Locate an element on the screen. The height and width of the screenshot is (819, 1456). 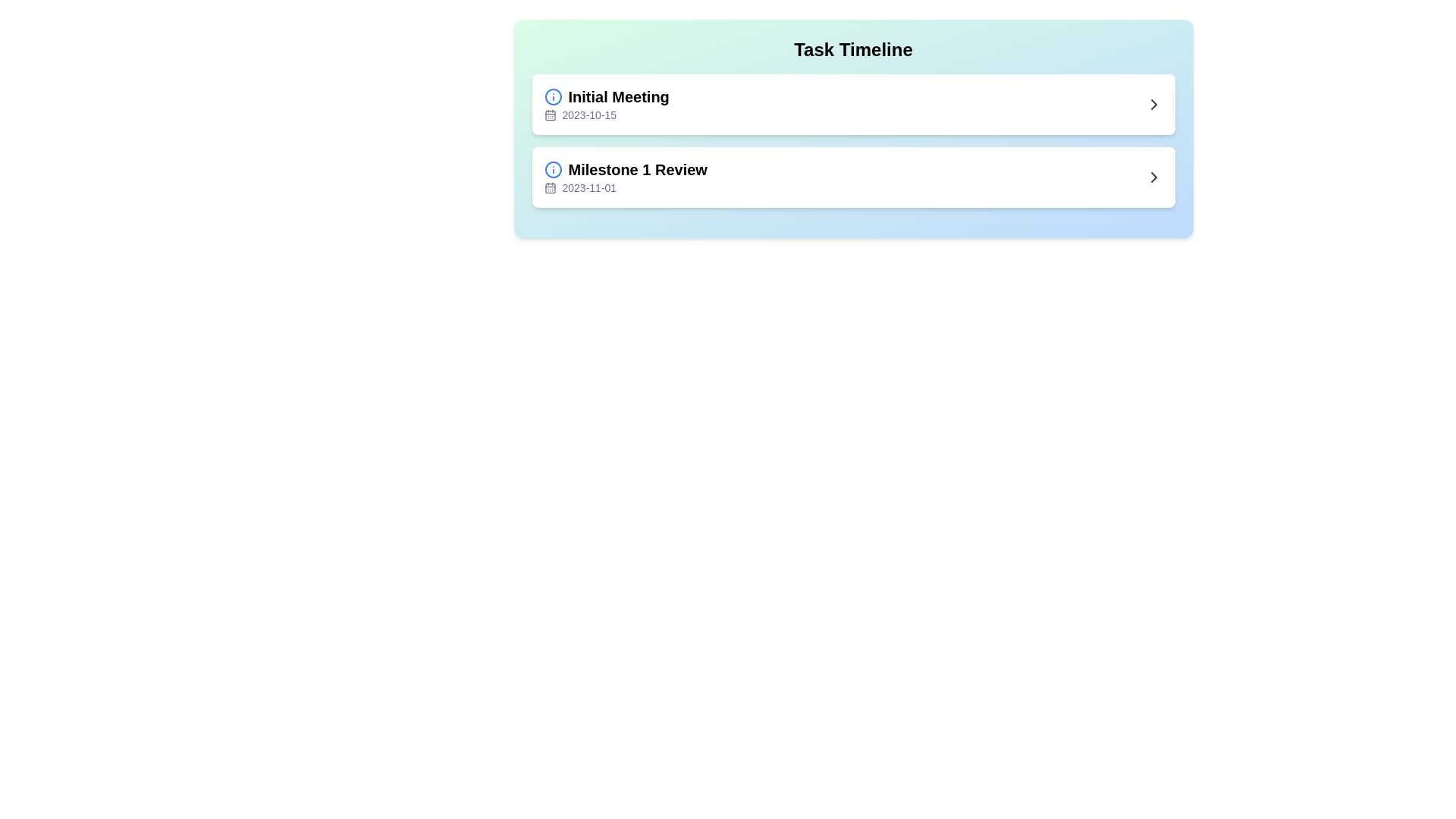
the SVG circle element representing the 'info' icon next to 'Milestone 1 Review' to indicate additional information is available is located at coordinates (552, 96).